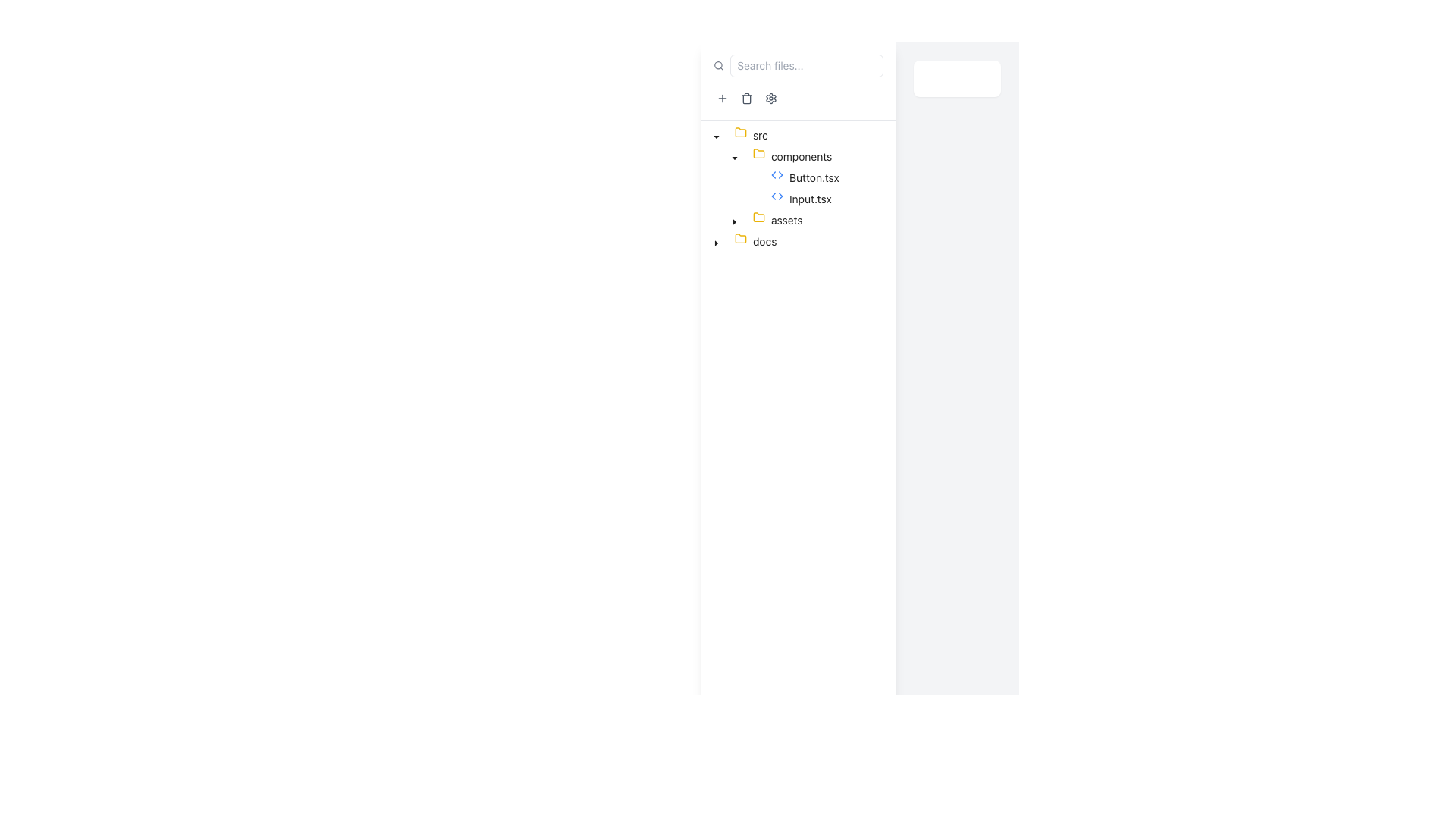 The width and height of the screenshot is (1456, 819). I want to click on the settings button located at the third slot among a row of evenly spaced buttons, positioned to the right of the trash icon and plus icon, so click(771, 99).